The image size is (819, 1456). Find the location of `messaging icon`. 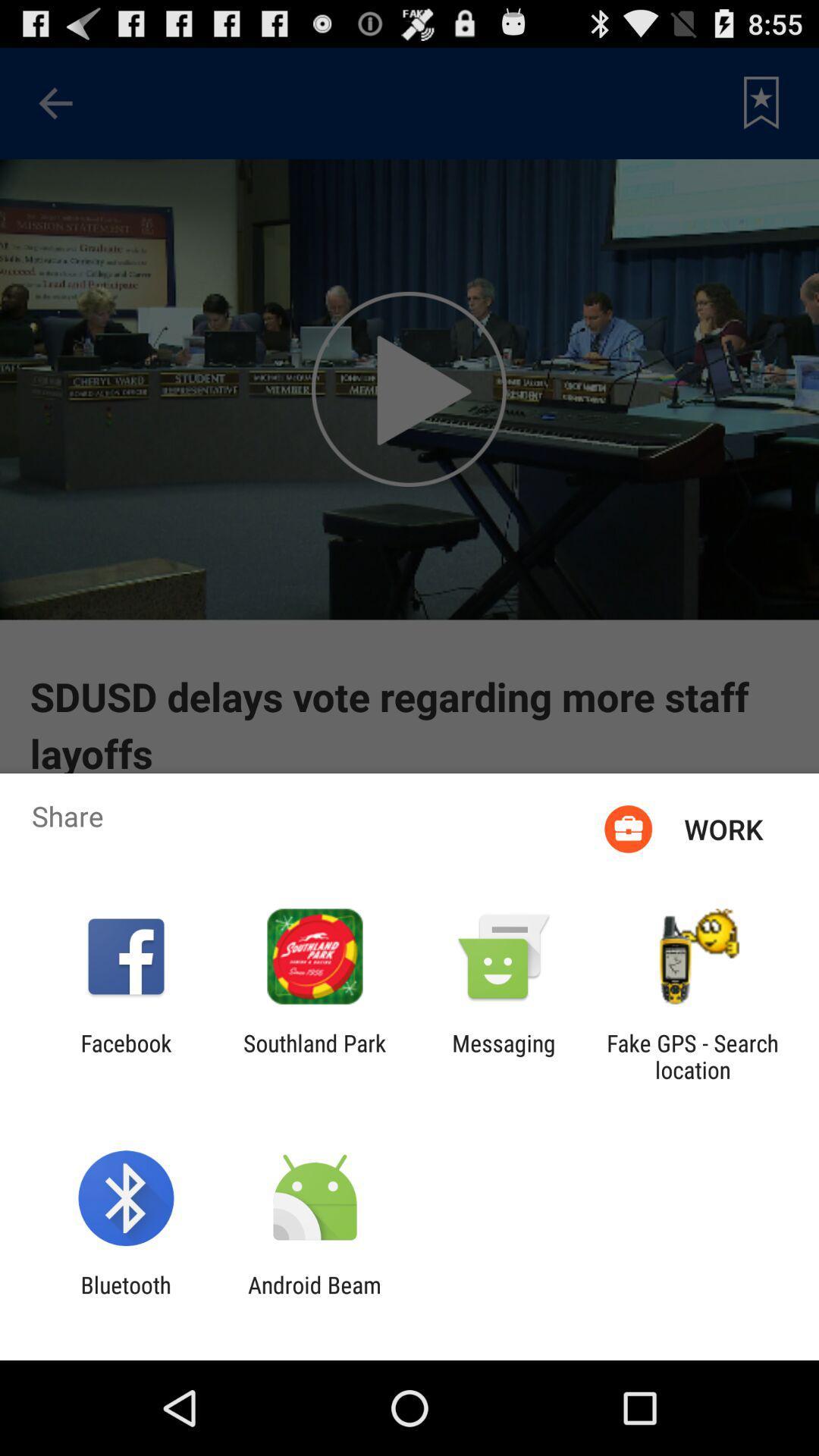

messaging icon is located at coordinates (504, 1056).